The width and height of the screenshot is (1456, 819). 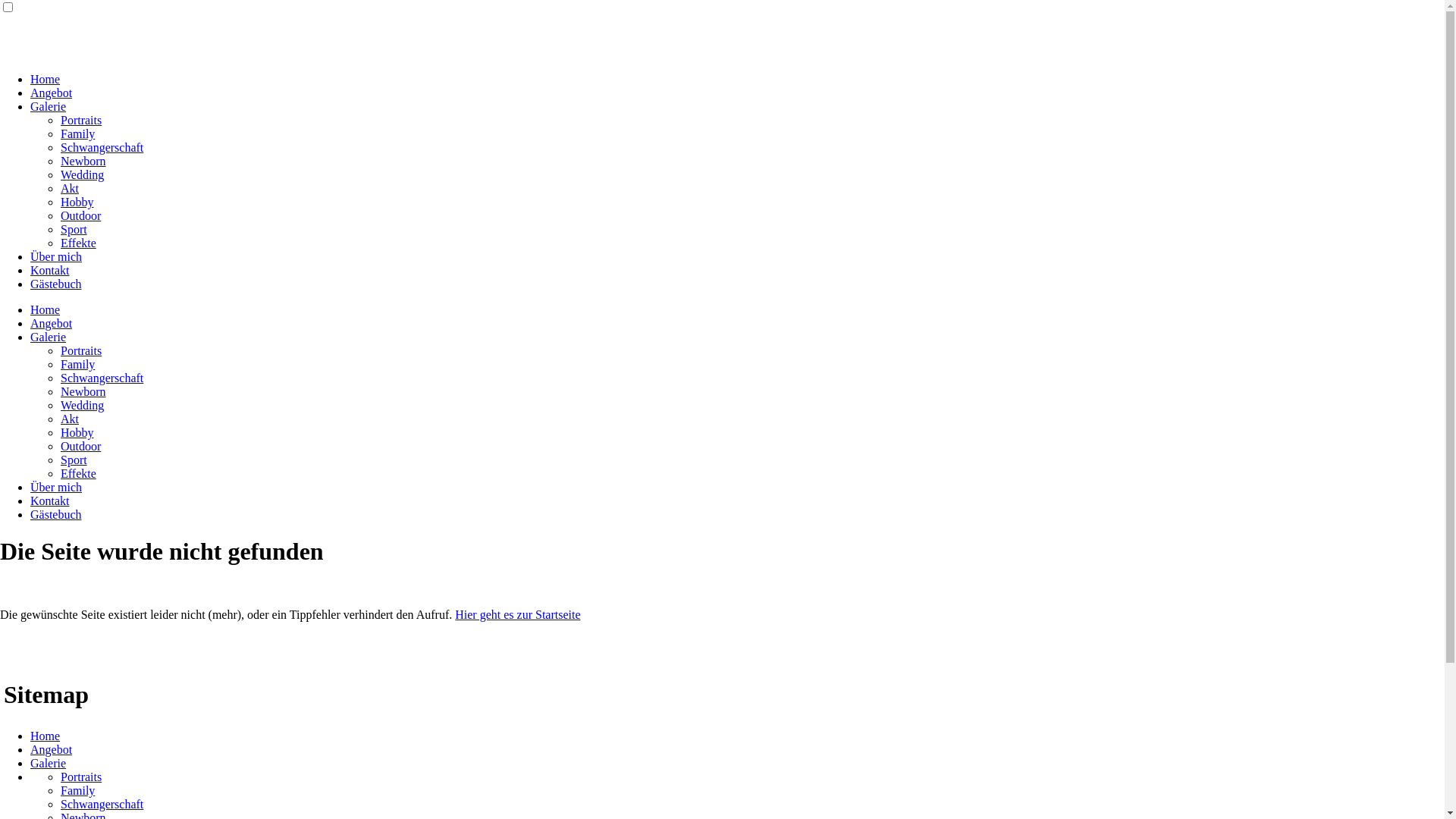 What do you see at coordinates (48, 336) in the screenshot?
I see `'Galerie'` at bounding box center [48, 336].